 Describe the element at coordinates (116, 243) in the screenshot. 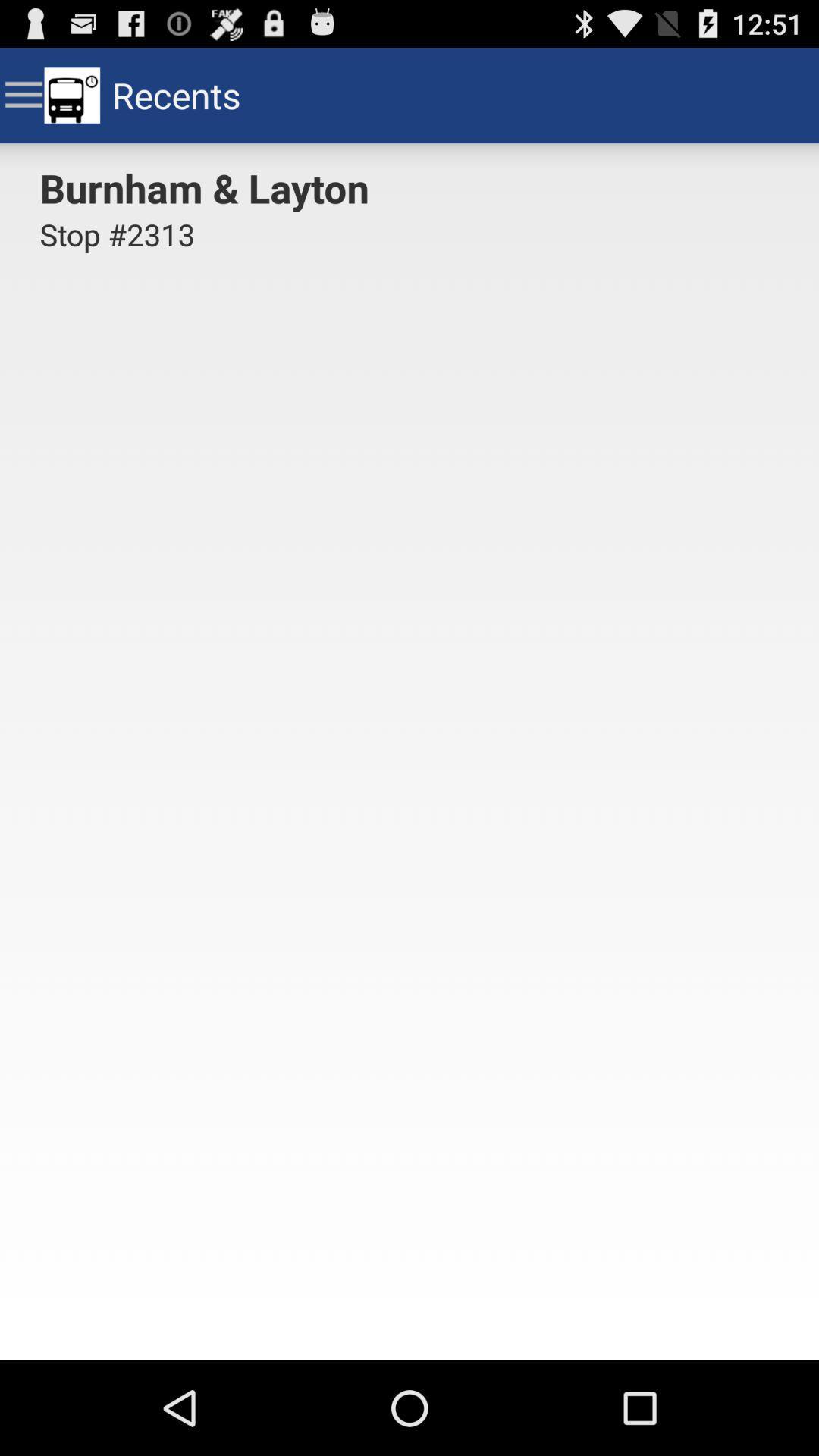

I see `stop #2313` at that location.